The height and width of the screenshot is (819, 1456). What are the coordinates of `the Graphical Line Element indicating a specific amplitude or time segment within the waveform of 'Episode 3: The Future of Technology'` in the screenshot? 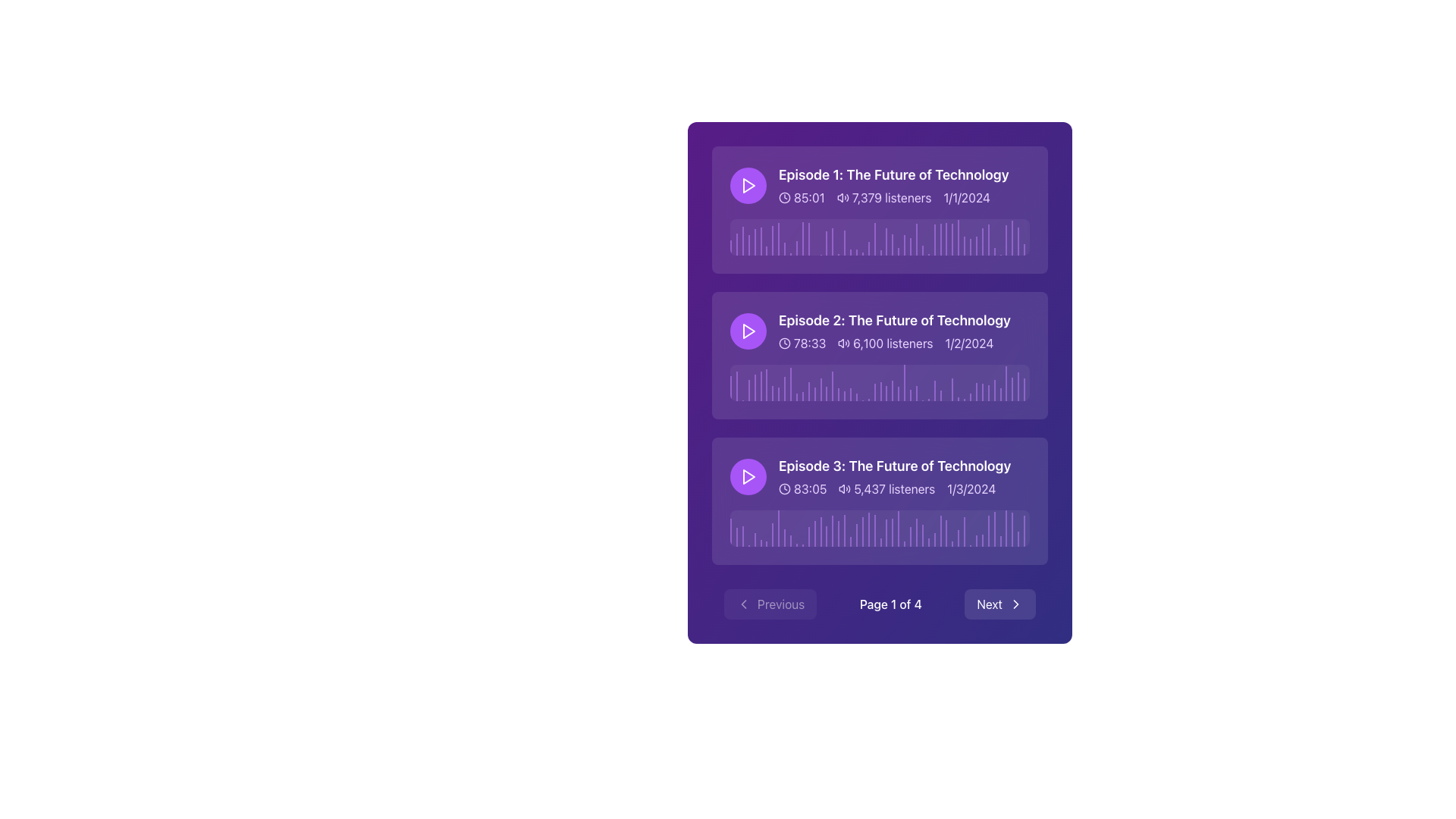 It's located at (789, 540).